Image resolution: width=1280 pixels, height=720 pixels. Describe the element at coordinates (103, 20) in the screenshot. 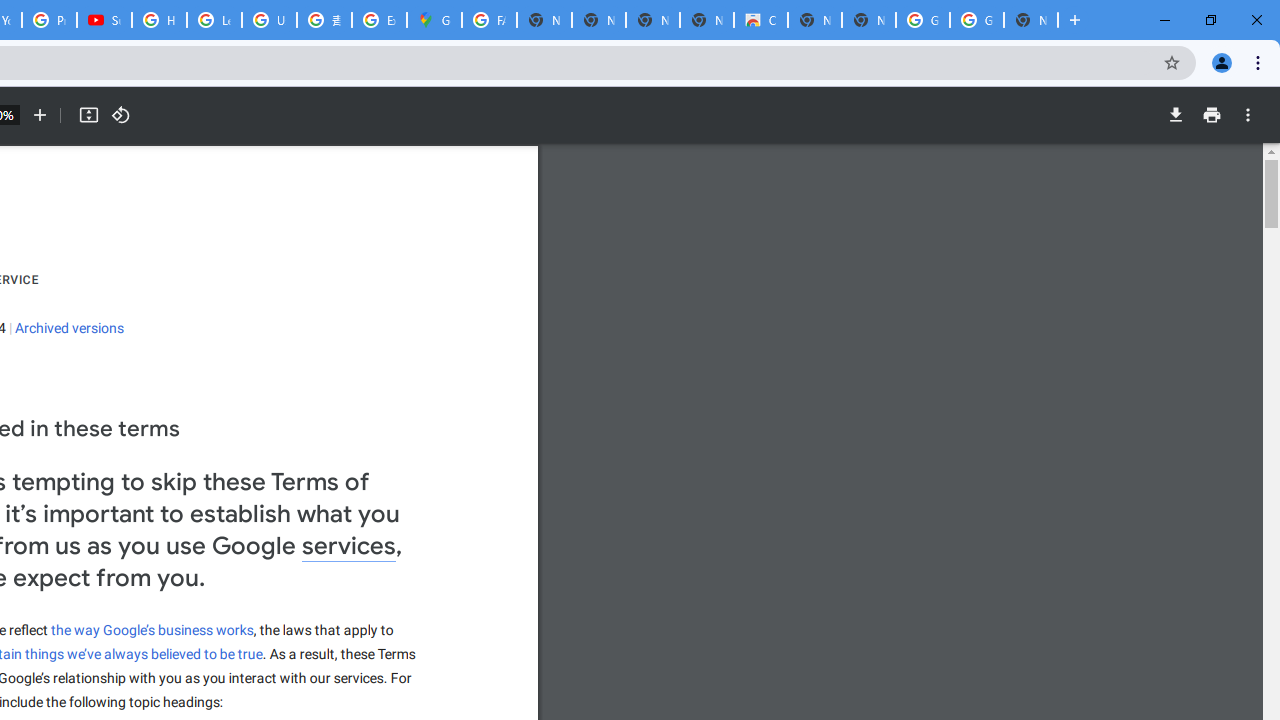

I see `'Subscriptions - YouTube'` at that location.